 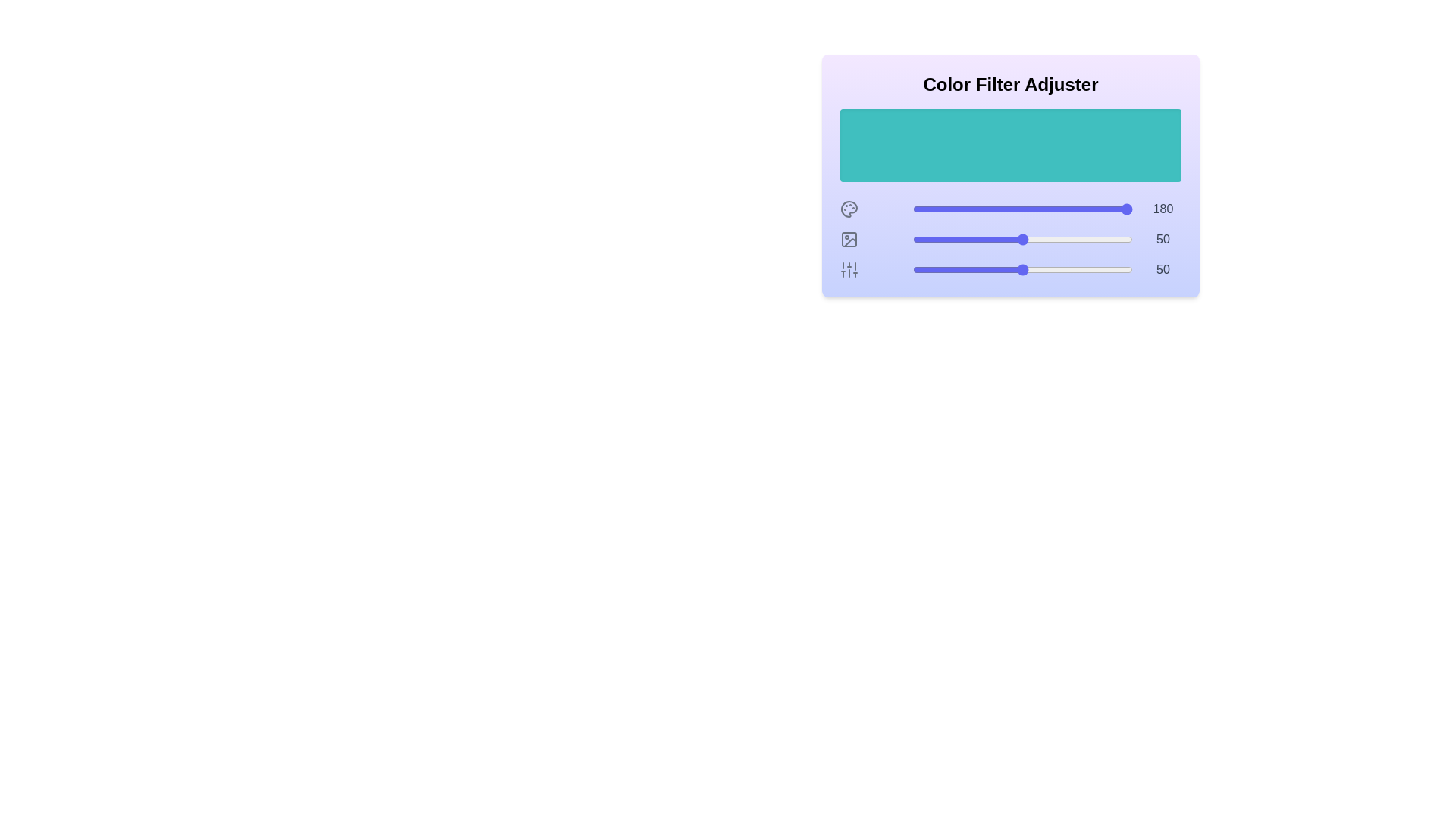 What do you see at coordinates (1079, 209) in the screenshot?
I see `the 0 slider to 76 to observe the color preview area` at bounding box center [1079, 209].